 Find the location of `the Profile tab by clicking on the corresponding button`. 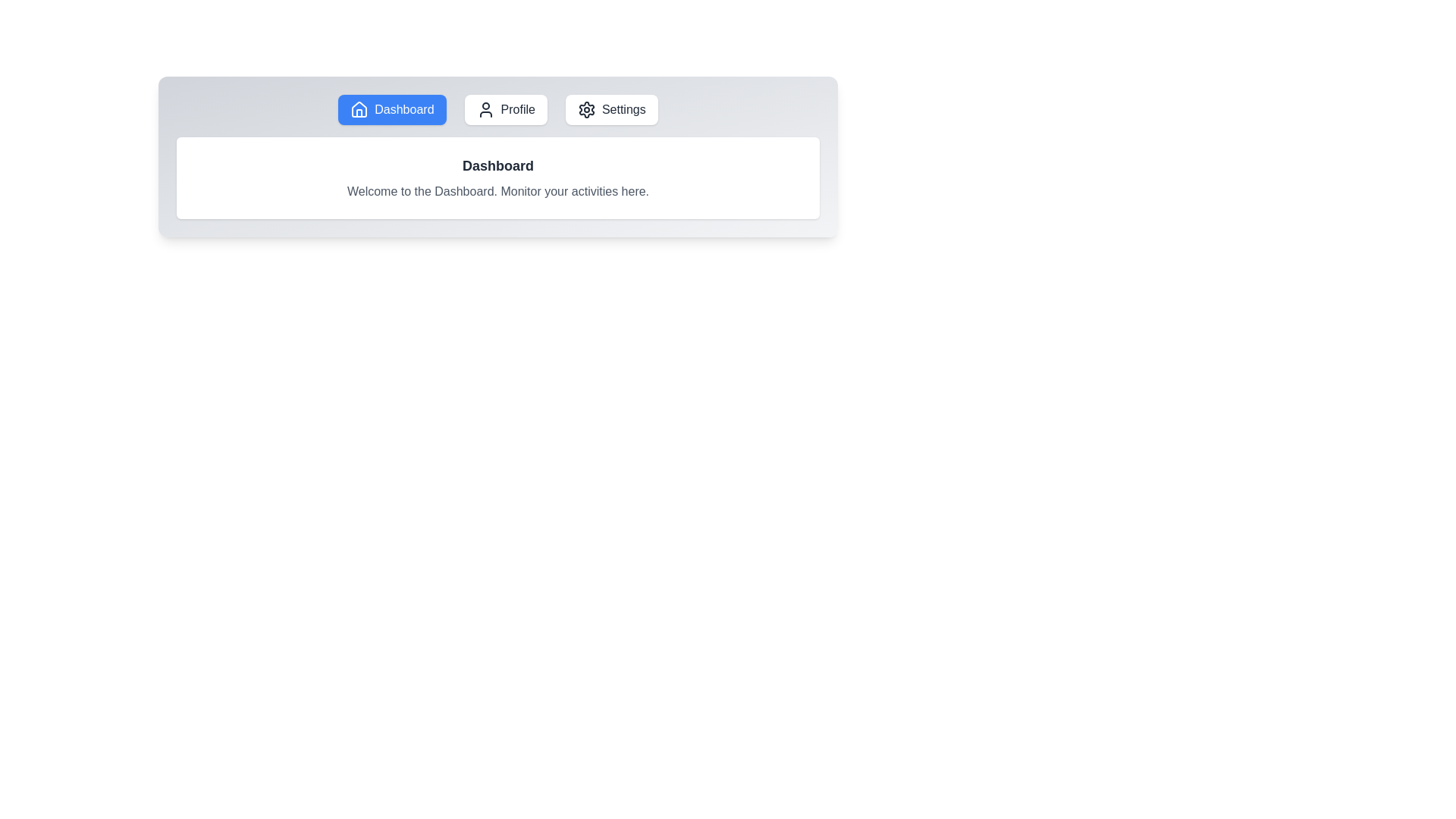

the Profile tab by clicking on the corresponding button is located at coordinates (506, 109).